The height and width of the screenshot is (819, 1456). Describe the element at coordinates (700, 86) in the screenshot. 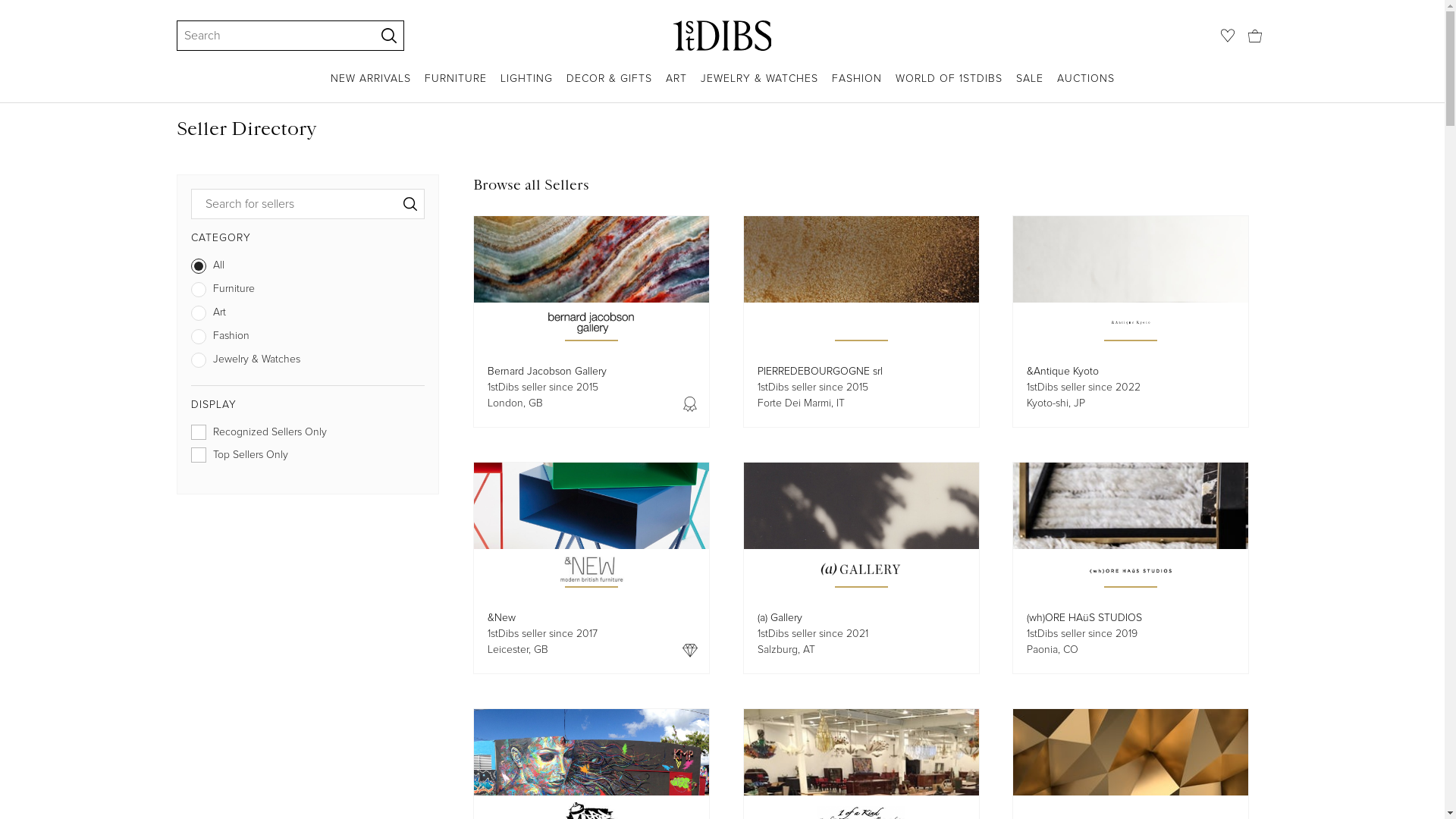

I see `'JEWELRY & WATCHES'` at that location.